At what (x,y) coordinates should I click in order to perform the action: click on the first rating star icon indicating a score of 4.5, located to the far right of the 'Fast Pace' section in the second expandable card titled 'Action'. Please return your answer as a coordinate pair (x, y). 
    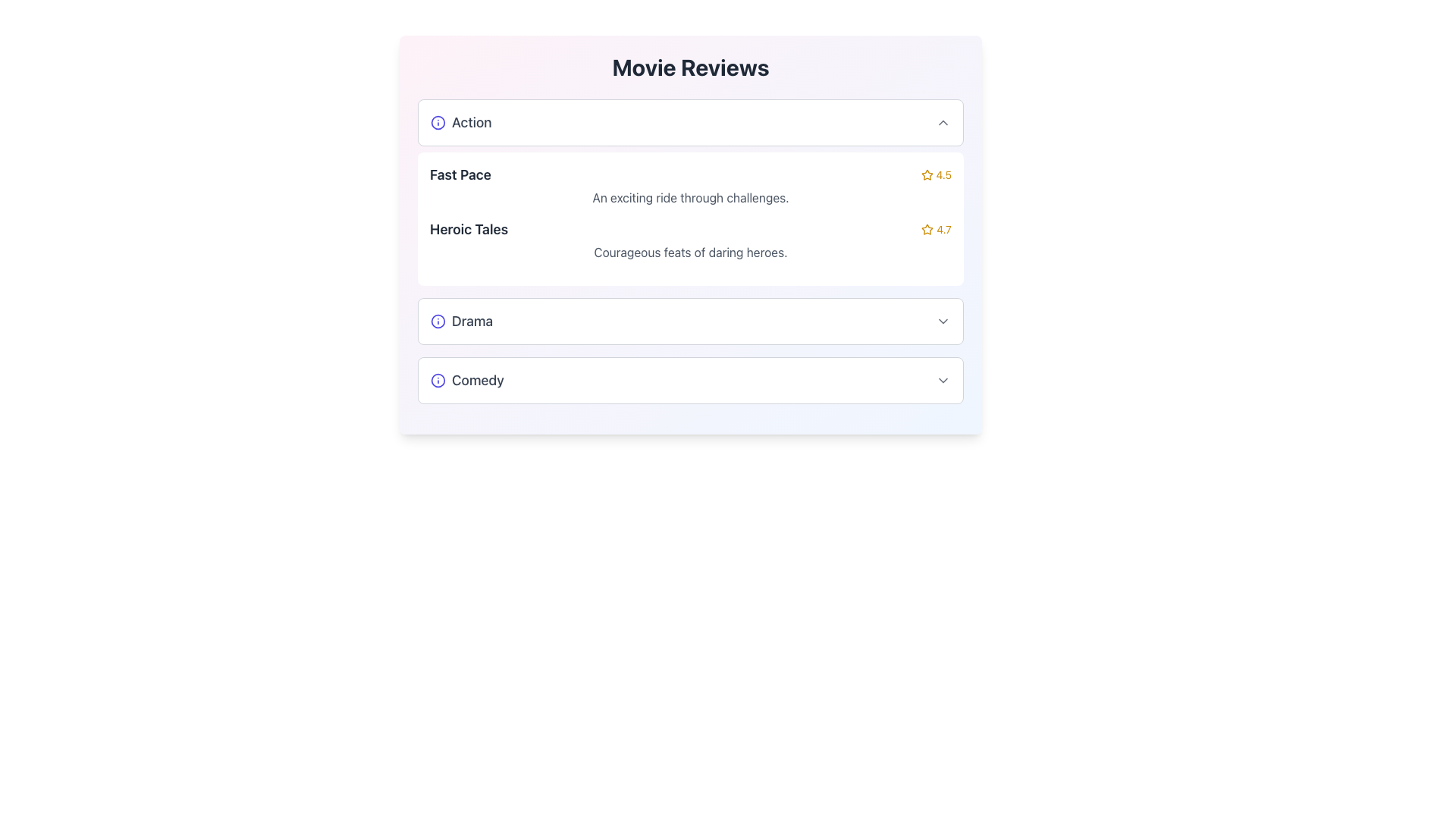
    Looking at the image, I should click on (926, 174).